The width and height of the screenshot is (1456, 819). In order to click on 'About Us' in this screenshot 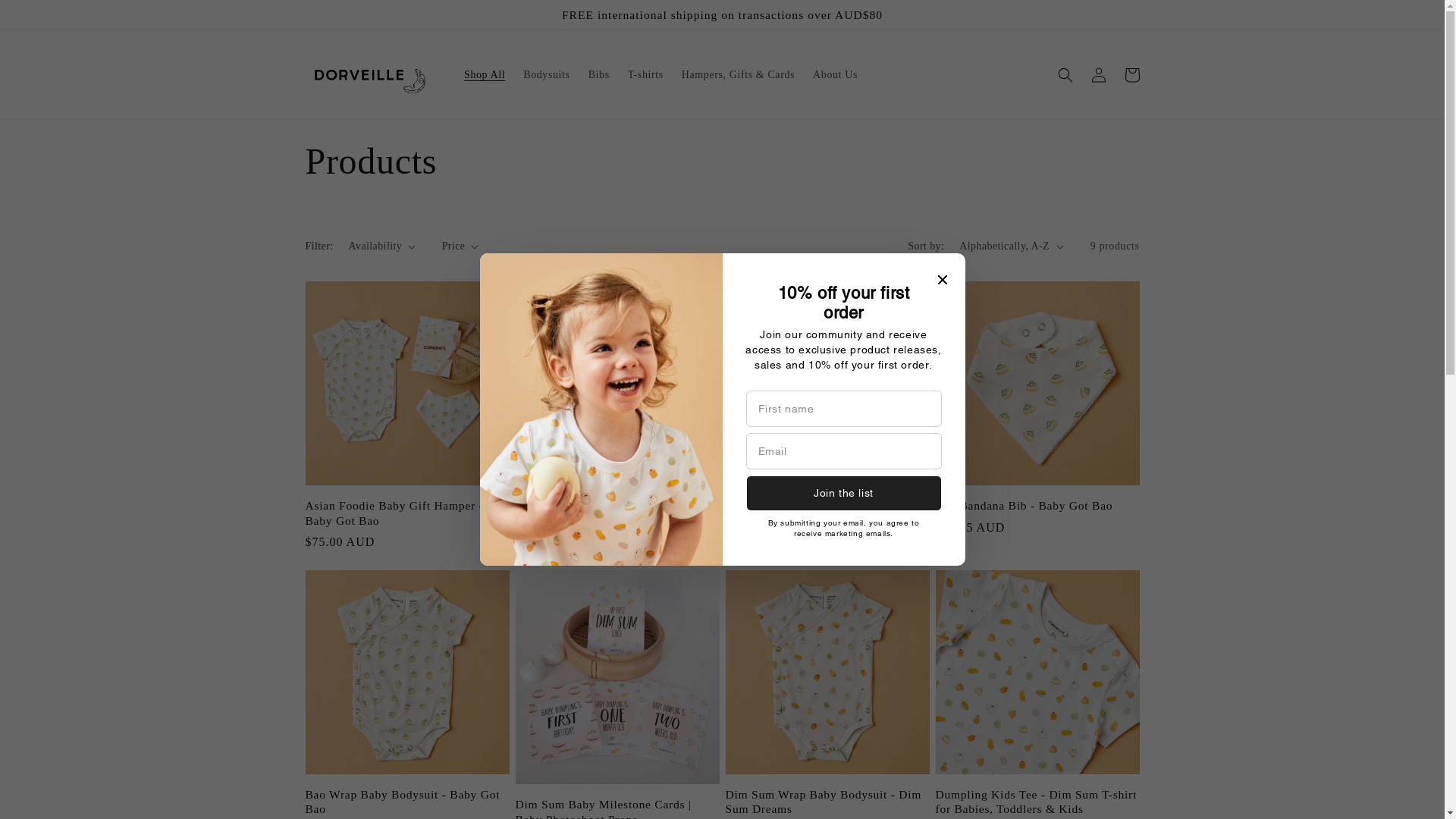, I will do `click(834, 75)`.